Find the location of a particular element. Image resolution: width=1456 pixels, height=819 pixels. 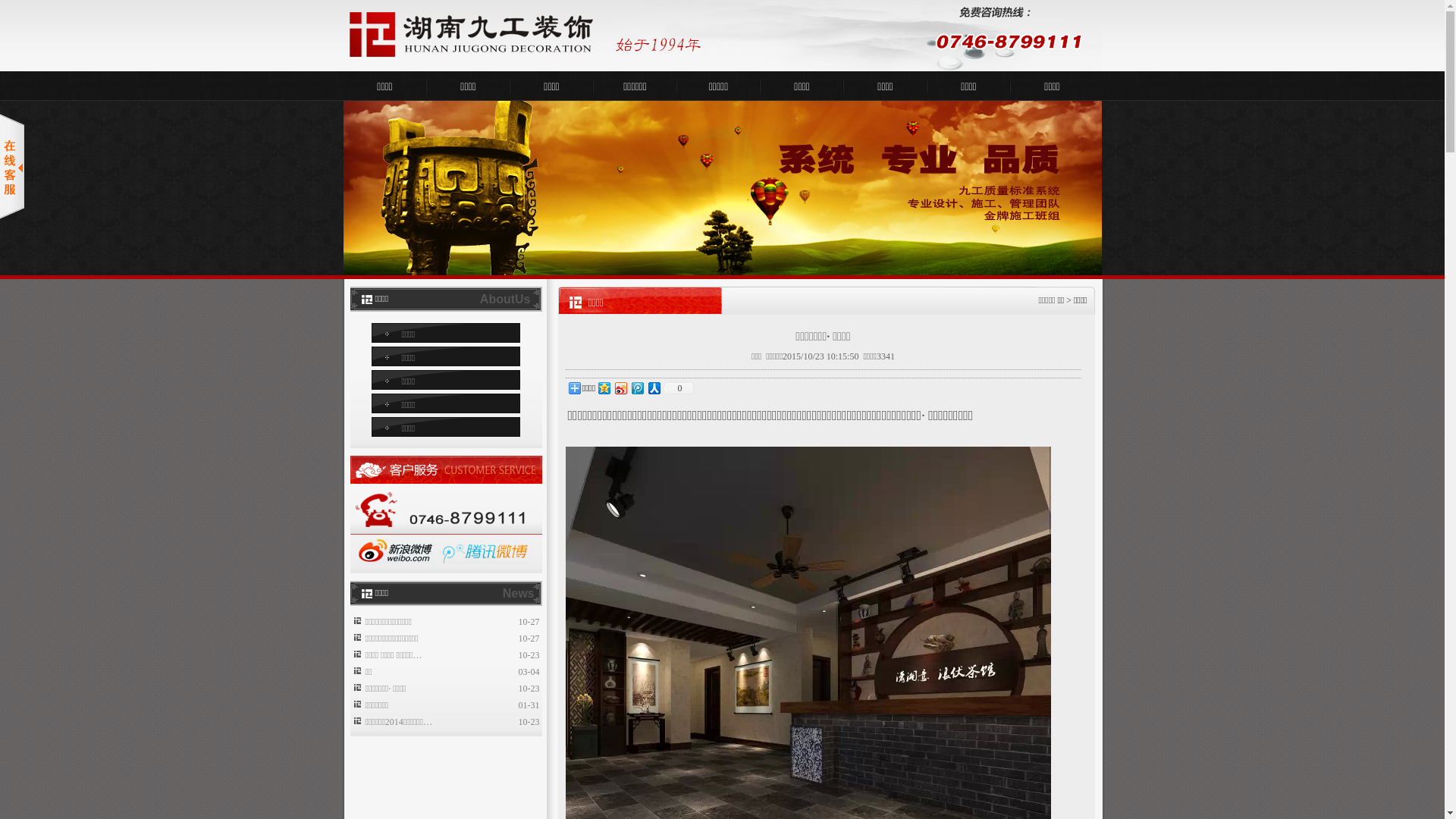

'0' is located at coordinates (676, 388).